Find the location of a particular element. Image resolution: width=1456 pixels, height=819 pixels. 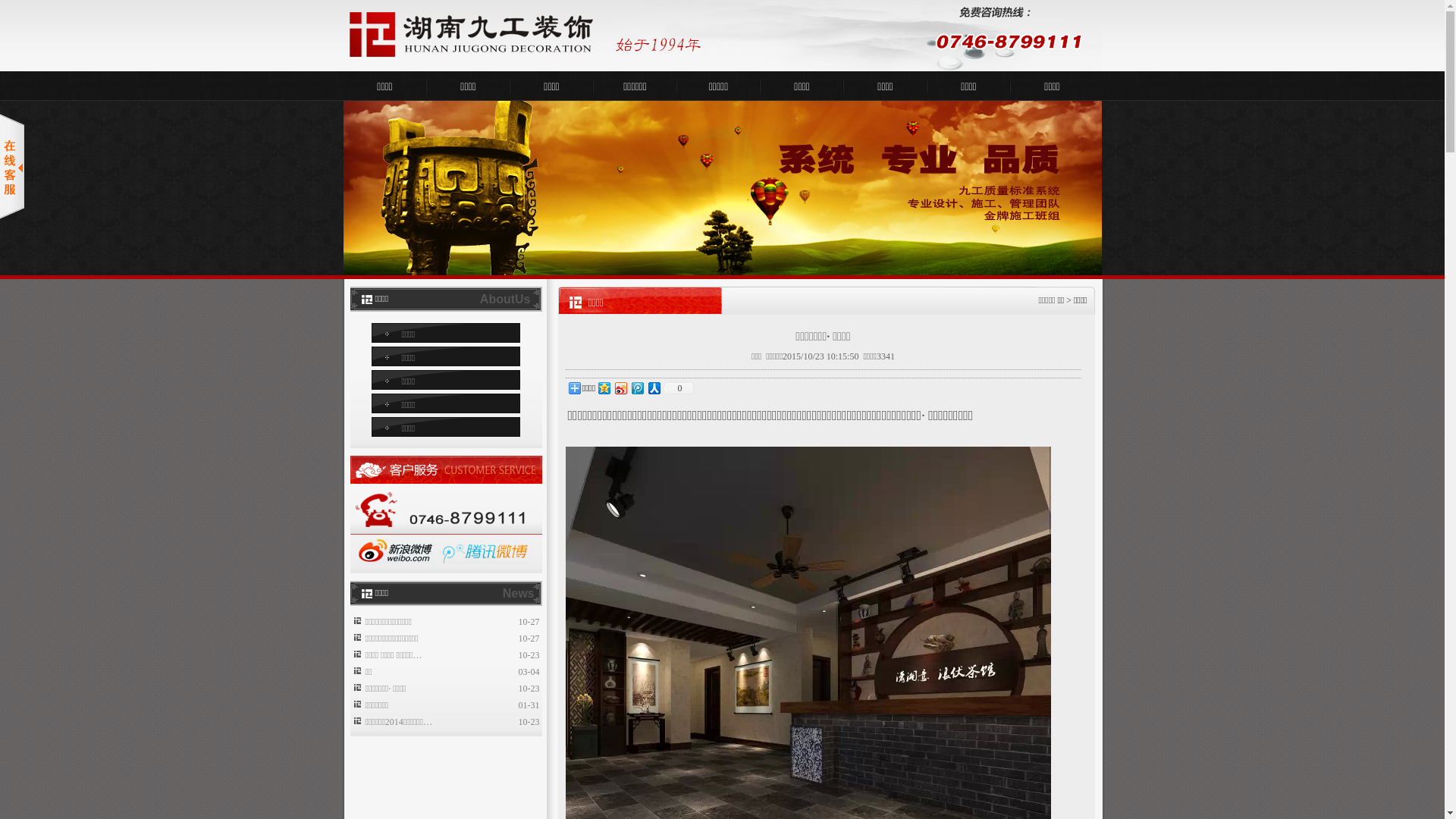

'0' is located at coordinates (676, 388).